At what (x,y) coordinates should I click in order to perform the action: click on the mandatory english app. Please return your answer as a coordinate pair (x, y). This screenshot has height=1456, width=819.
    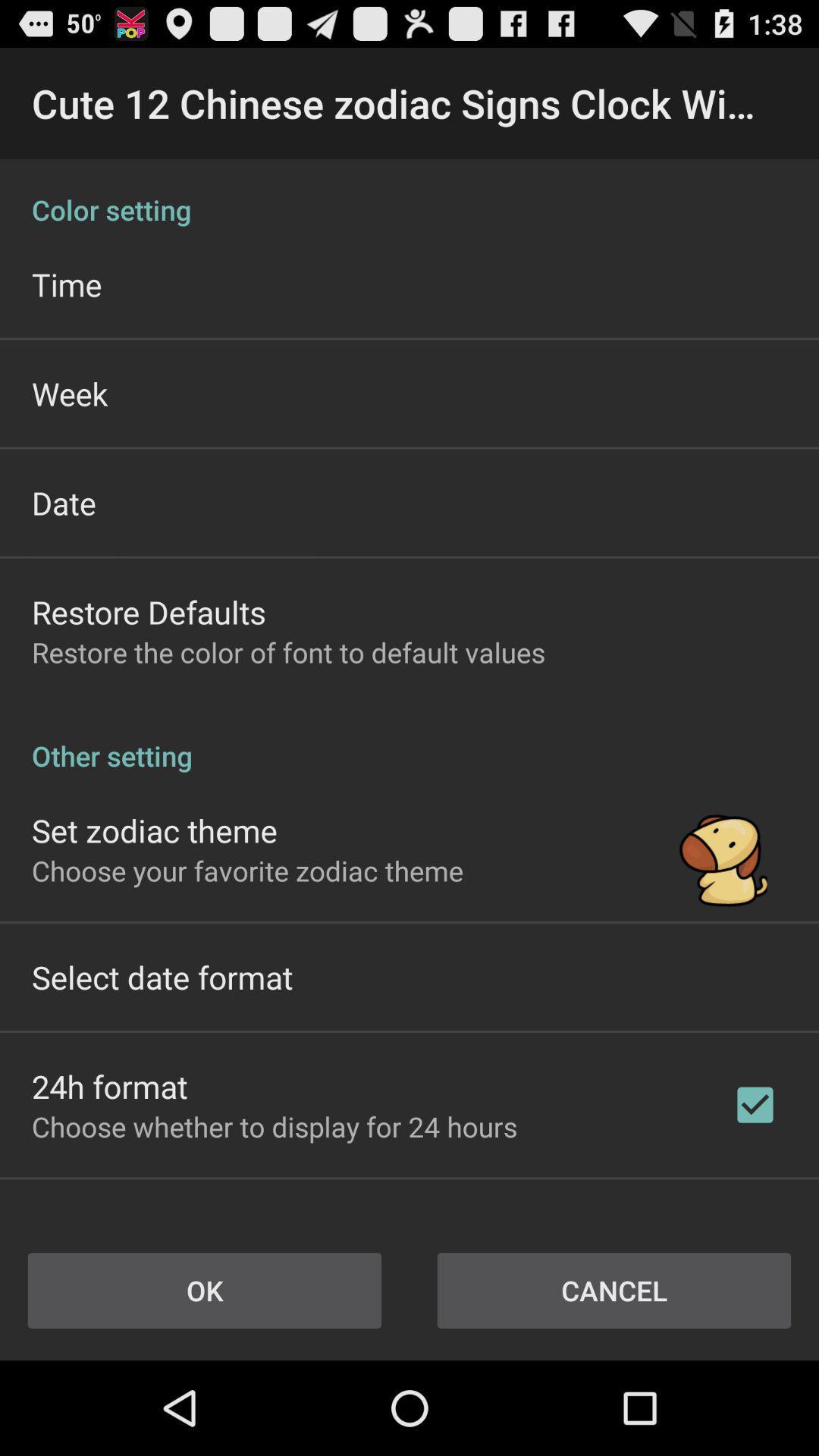
    Looking at the image, I should click on (163, 1216).